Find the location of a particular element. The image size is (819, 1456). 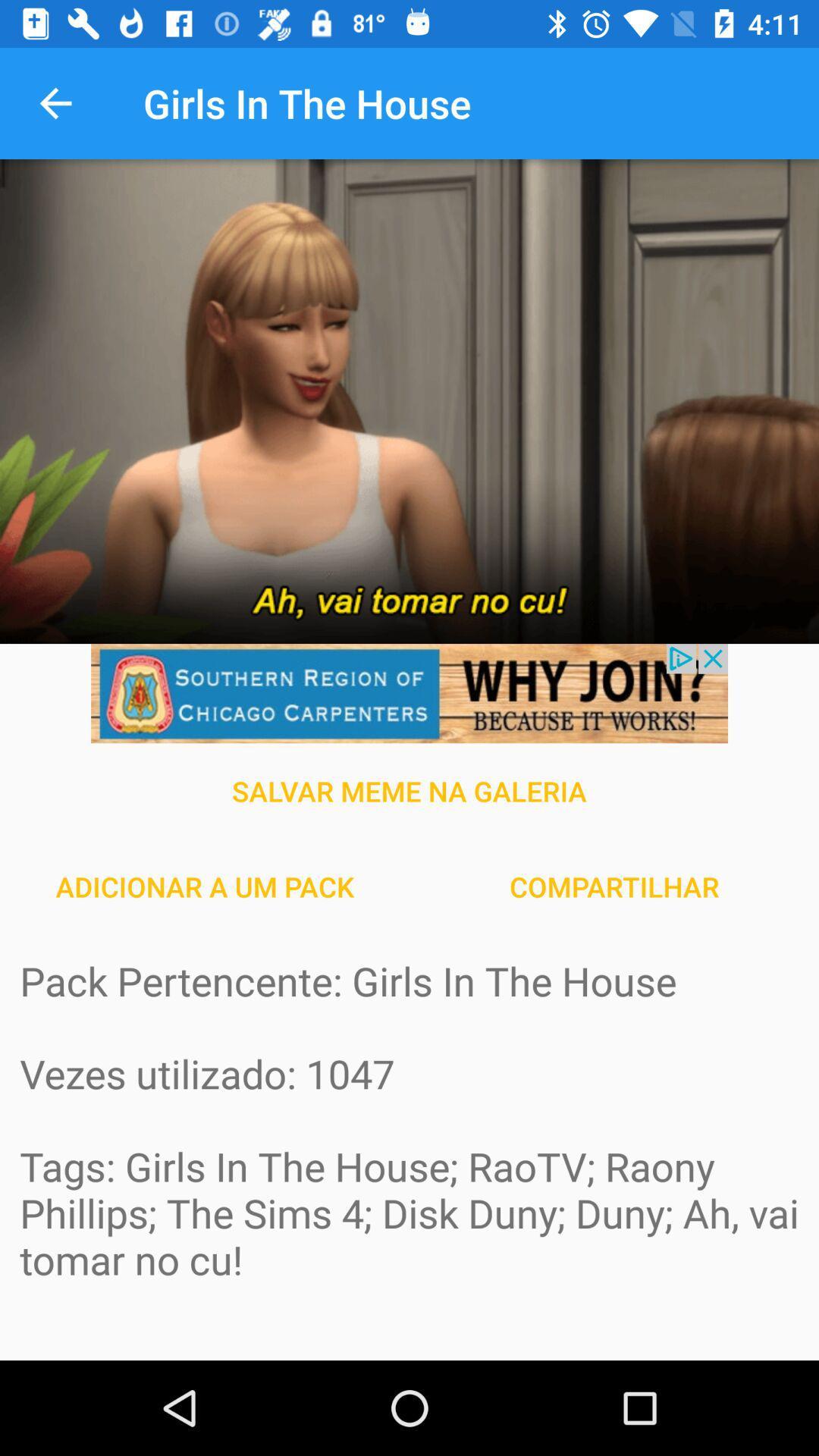

the advertisement is located at coordinates (409, 692).